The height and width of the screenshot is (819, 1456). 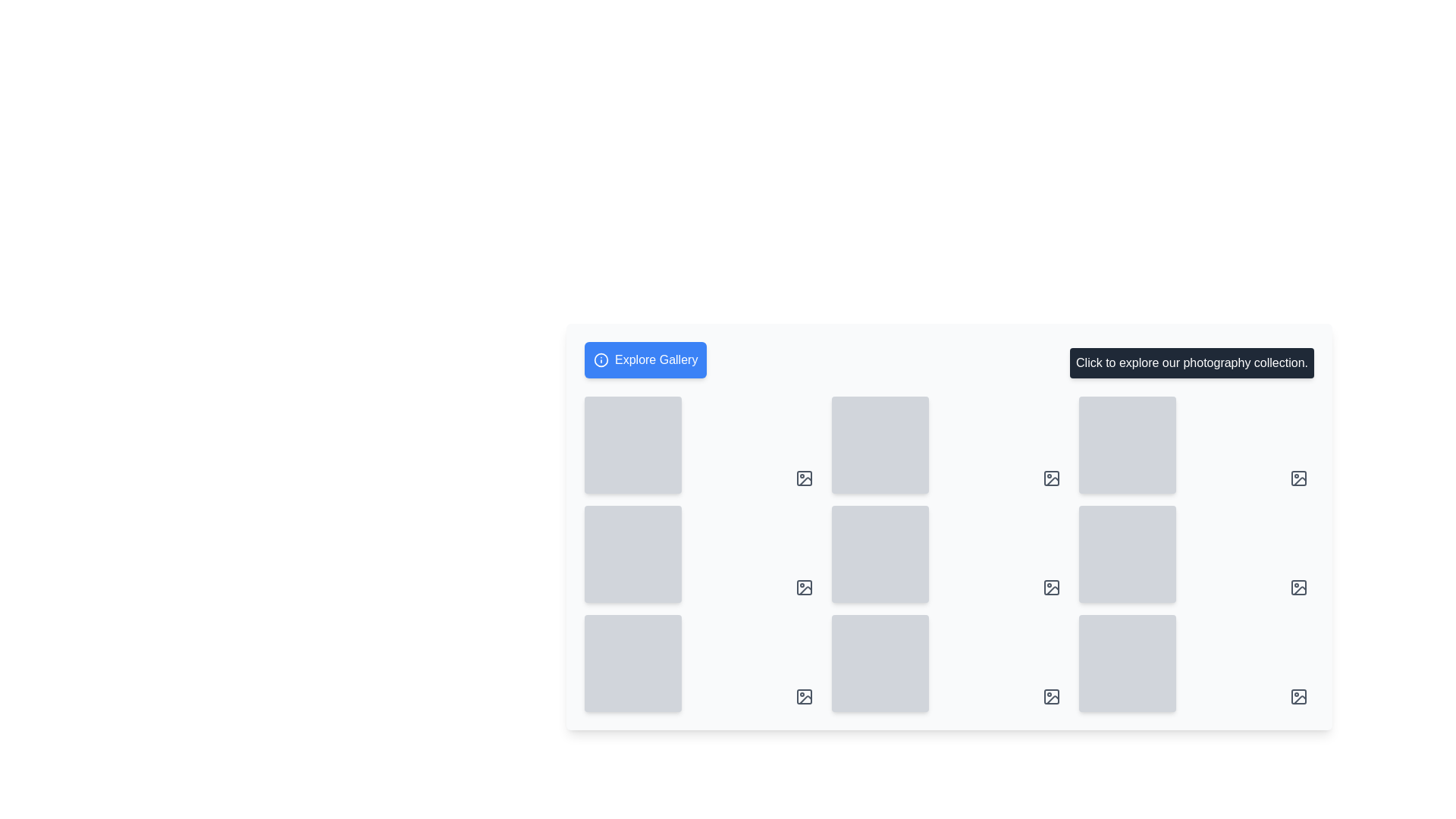 I want to click on the photograph icon located in the bottom-right corner of the rectangular card to interact with it, so click(x=1298, y=587).